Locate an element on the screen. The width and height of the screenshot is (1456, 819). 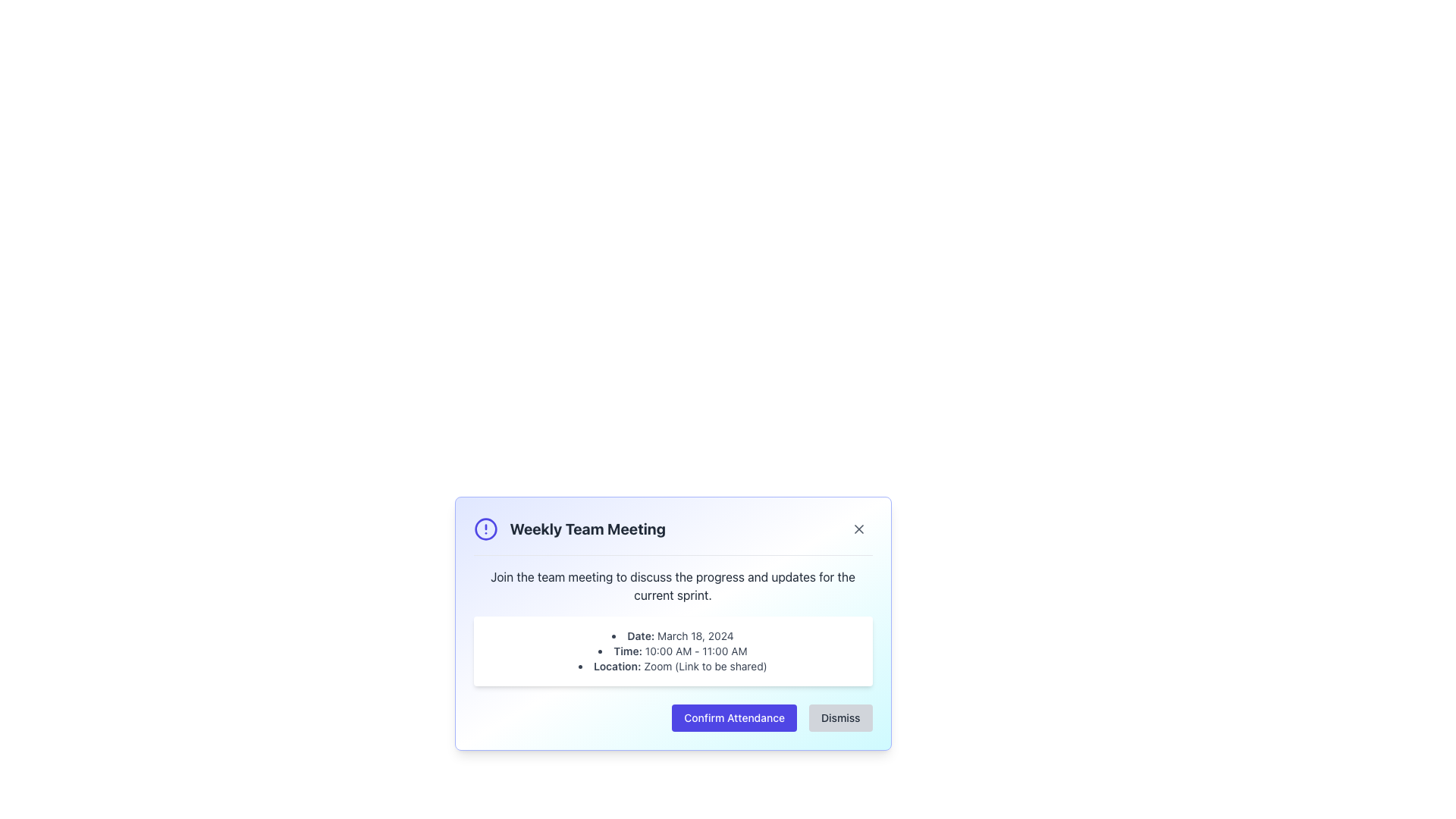
the label that identifies the date information in the meeting summary panel, positioned at the top center of the dialog, left of the date 'March 18, 2024' is located at coordinates (641, 635).